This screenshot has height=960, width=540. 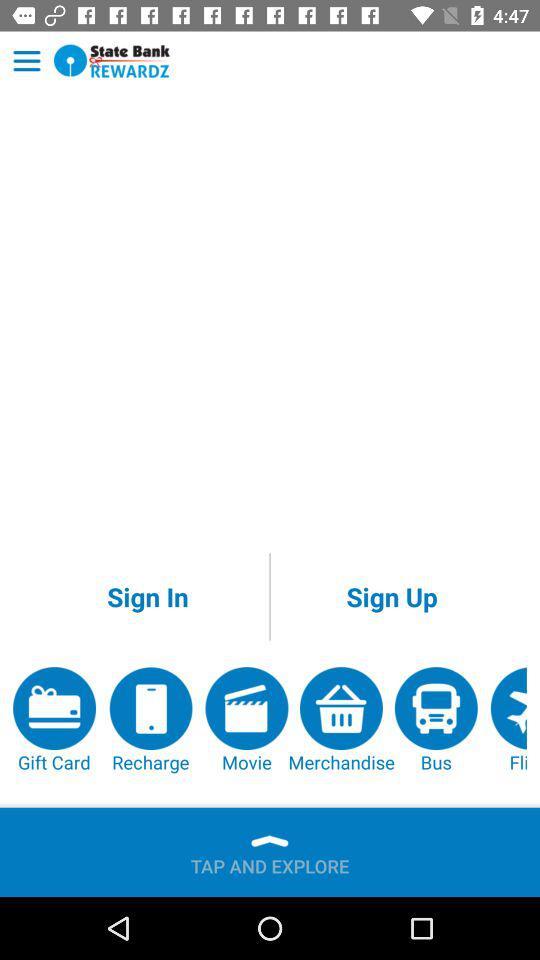 What do you see at coordinates (270, 861) in the screenshot?
I see `the tap and explore item` at bounding box center [270, 861].